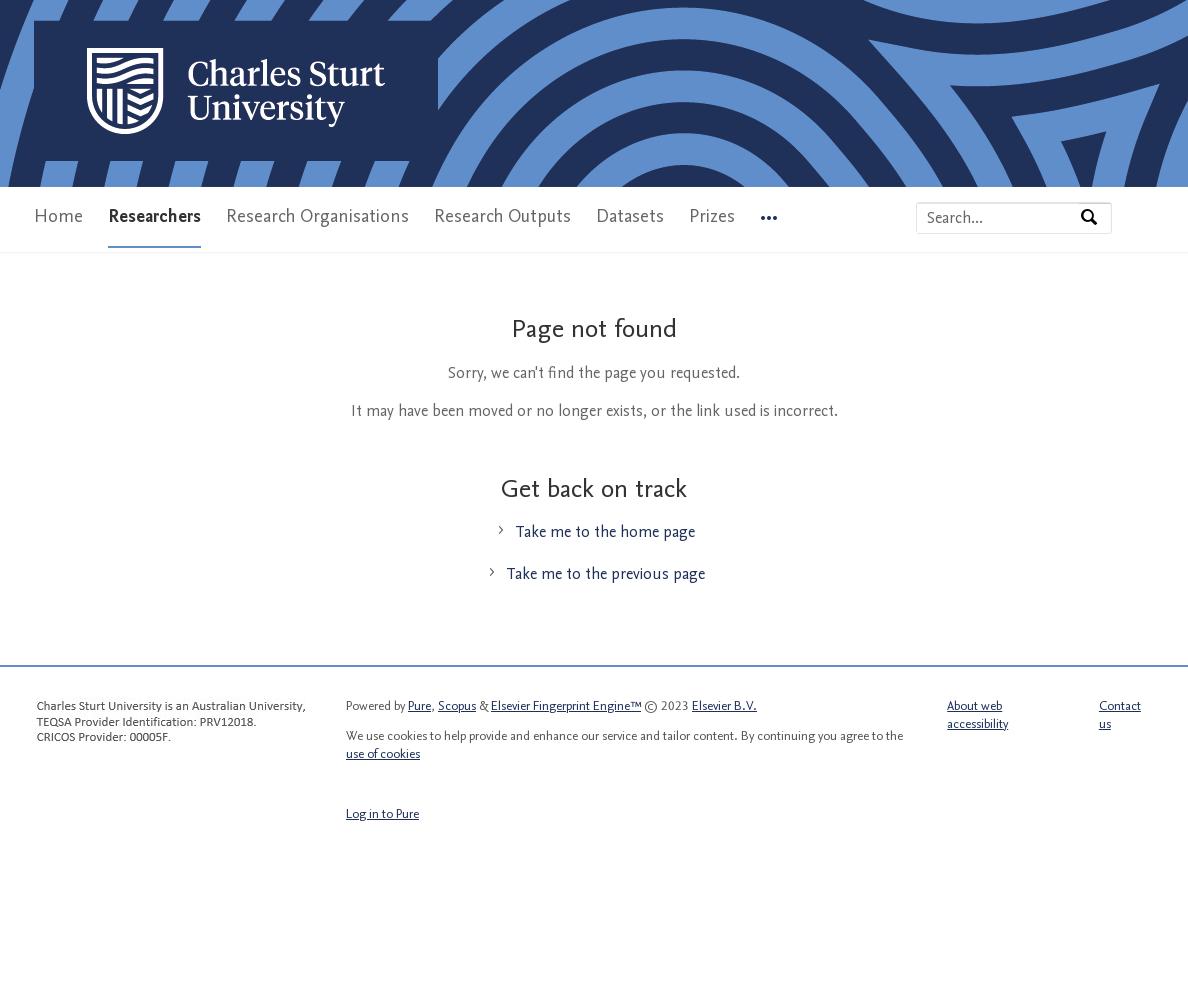 Image resolution: width=1188 pixels, height=1000 pixels. Describe the element at coordinates (376, 704) in the screenshot. I see `'Powered by'` at that location.